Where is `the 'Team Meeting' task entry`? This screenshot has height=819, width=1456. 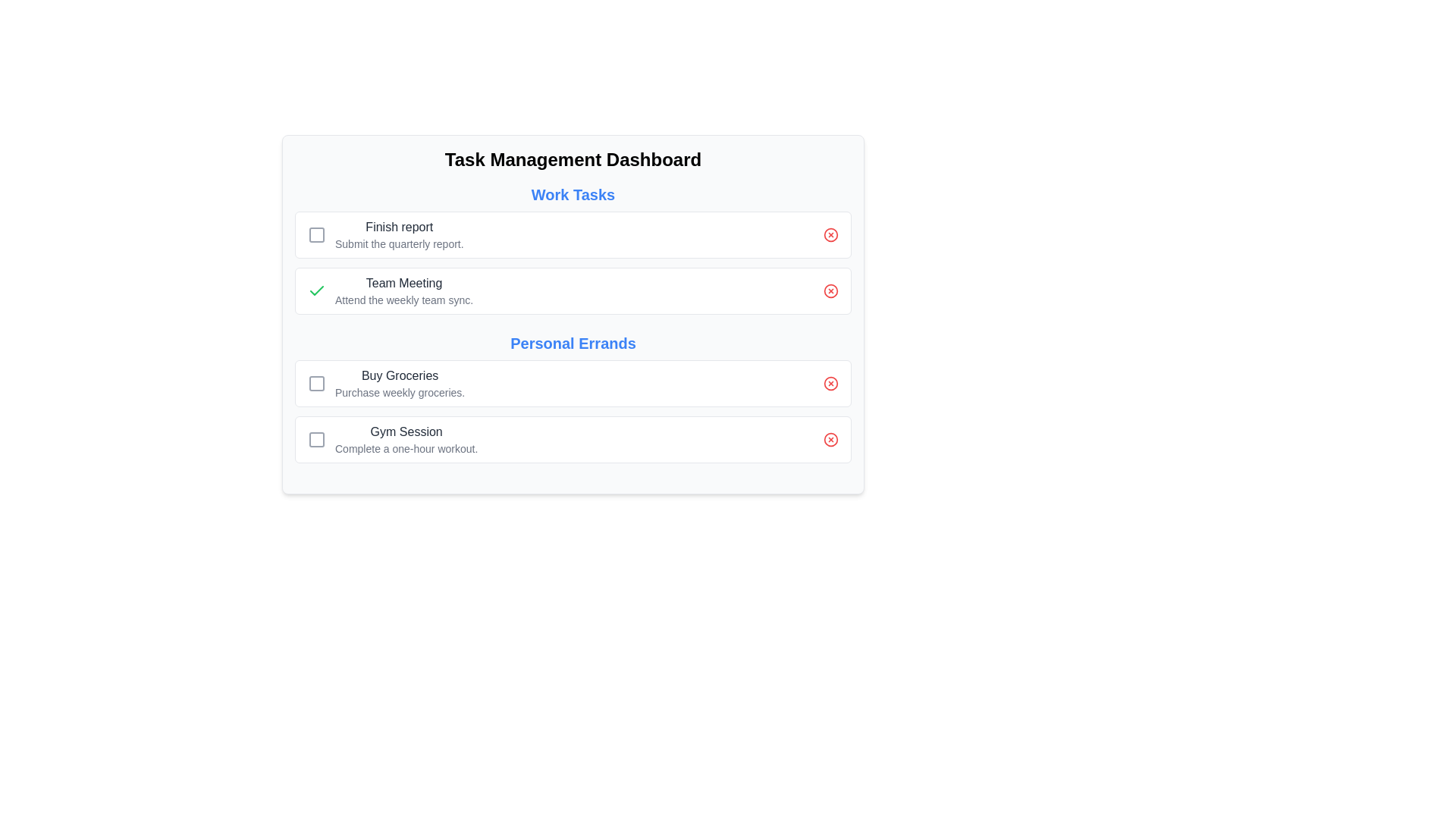 the 'Team Meeting' task entry is located at coordinates (391, 291).